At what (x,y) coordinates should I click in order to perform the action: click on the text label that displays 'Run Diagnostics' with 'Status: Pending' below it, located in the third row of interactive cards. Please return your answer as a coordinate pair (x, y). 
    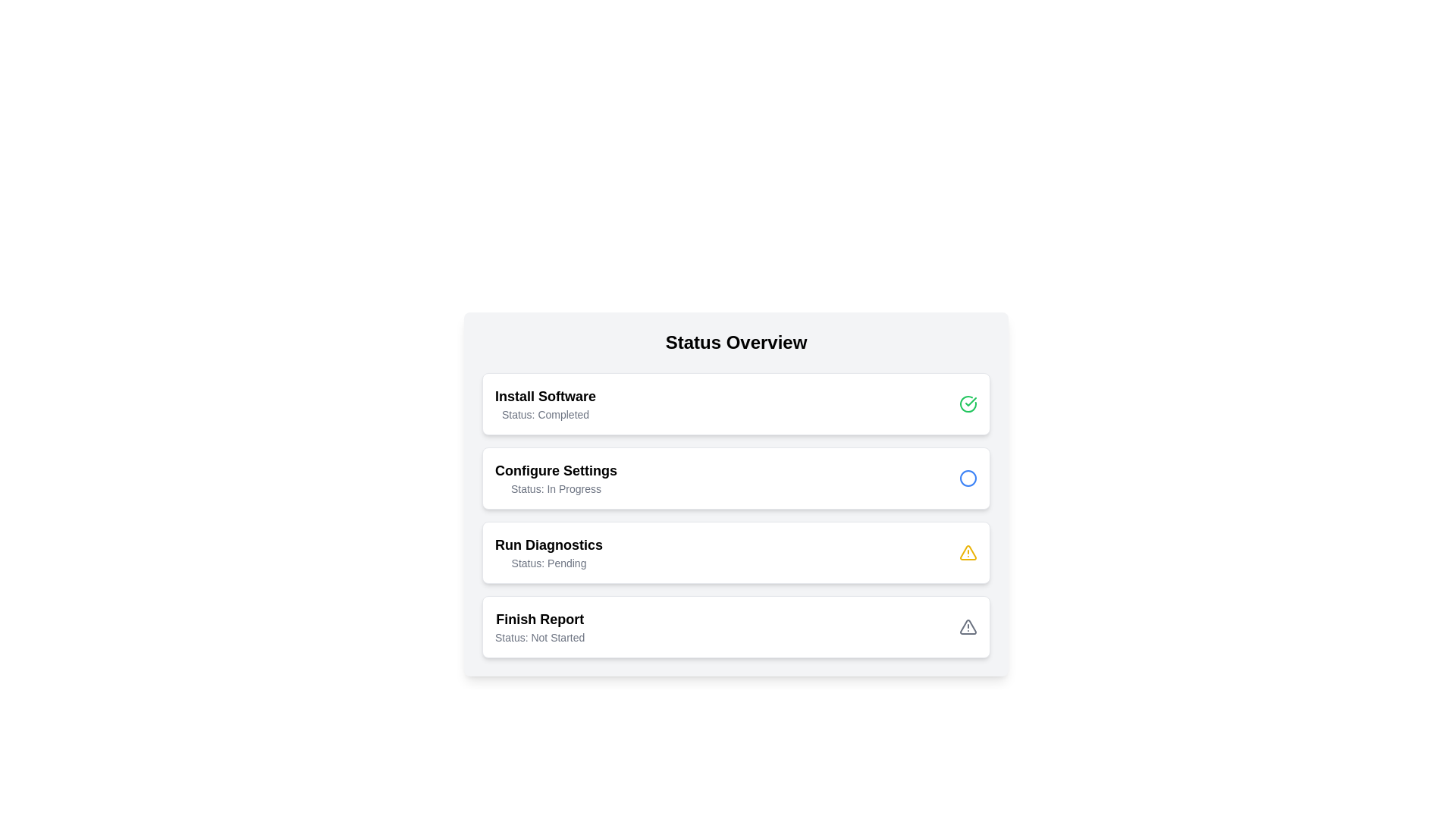
    Looking at the image, I should click on (548, 553).